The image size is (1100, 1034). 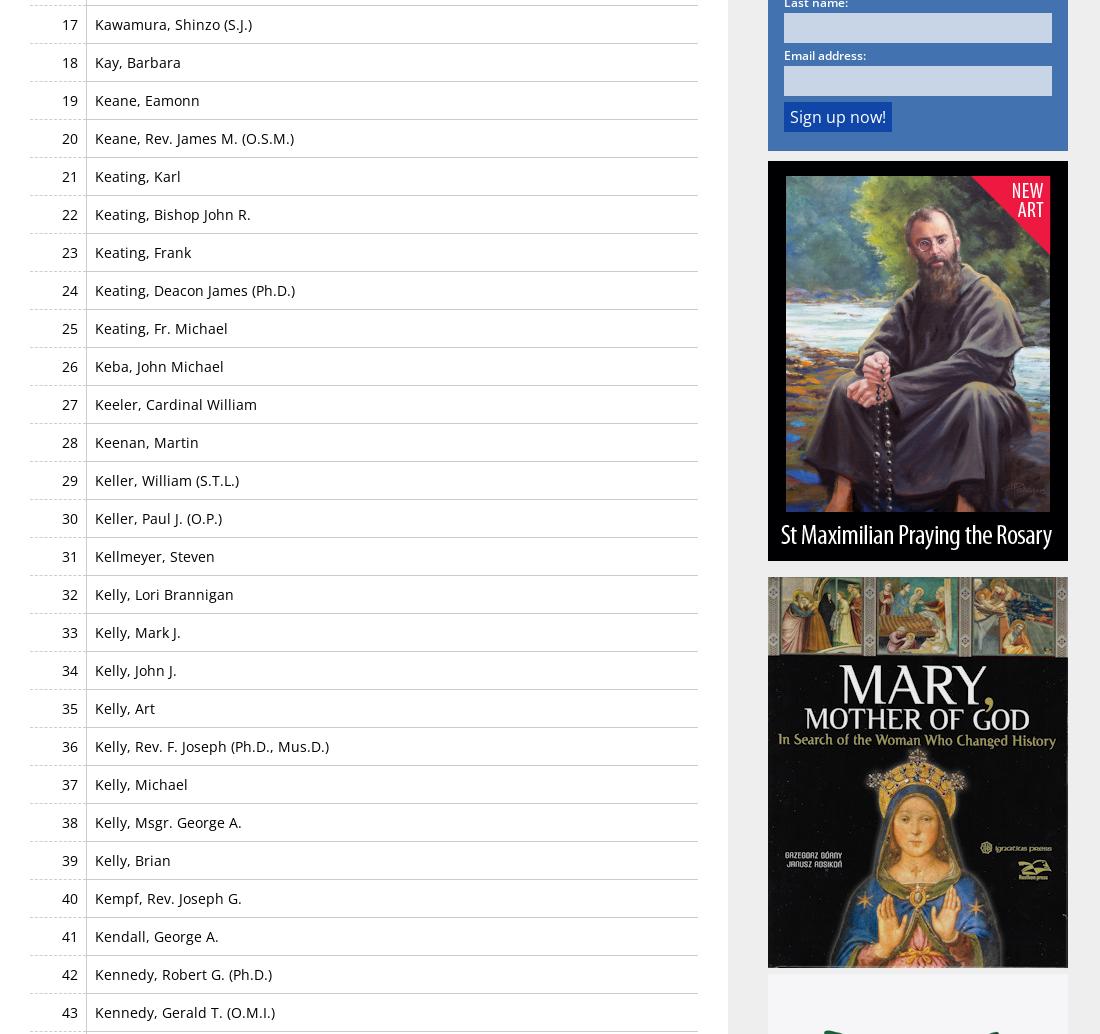 I want to click on 'Keane, Rev. James M. (O.S.M.)', so click(x=95, y=137).